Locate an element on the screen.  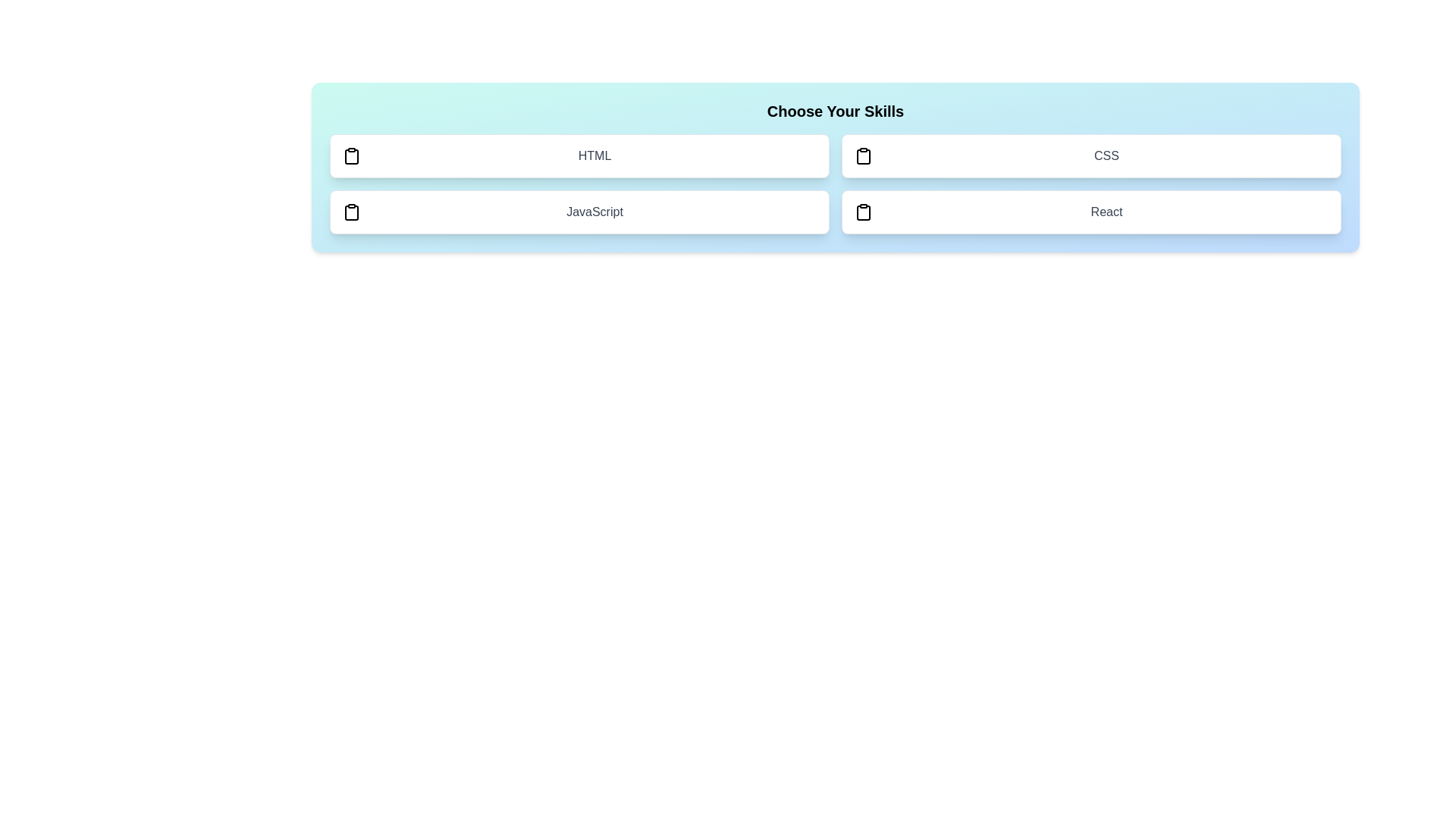
the skill CSS to toggle its selection state is located at coordinates (1090, 155).